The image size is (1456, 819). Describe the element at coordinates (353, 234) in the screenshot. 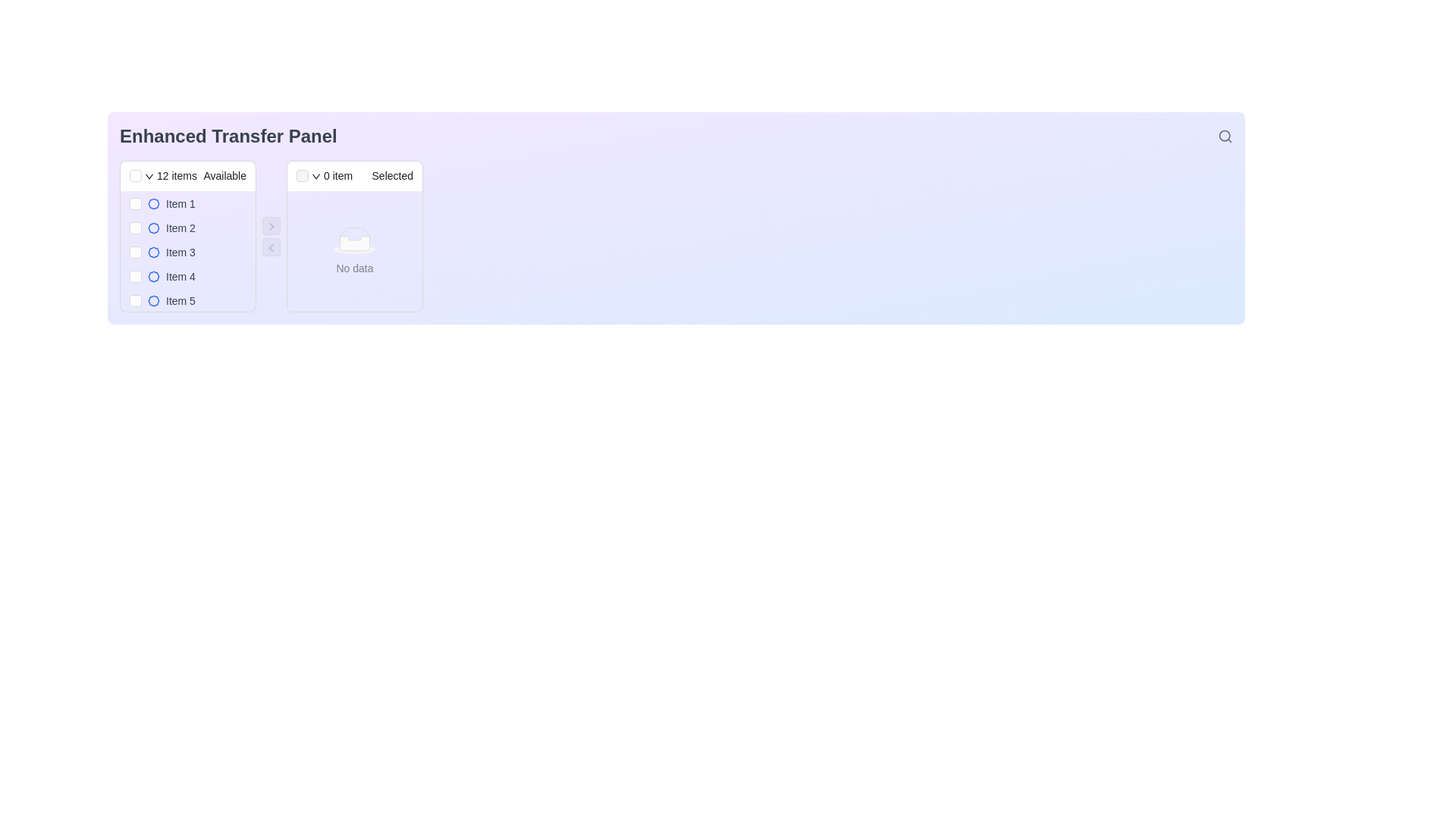

I see `the decorative graphical element located centrally within the 'Selected' box, positioned on the right-hand side of the panel, between the button symbols and the textual indicator 'No data'` at that location.